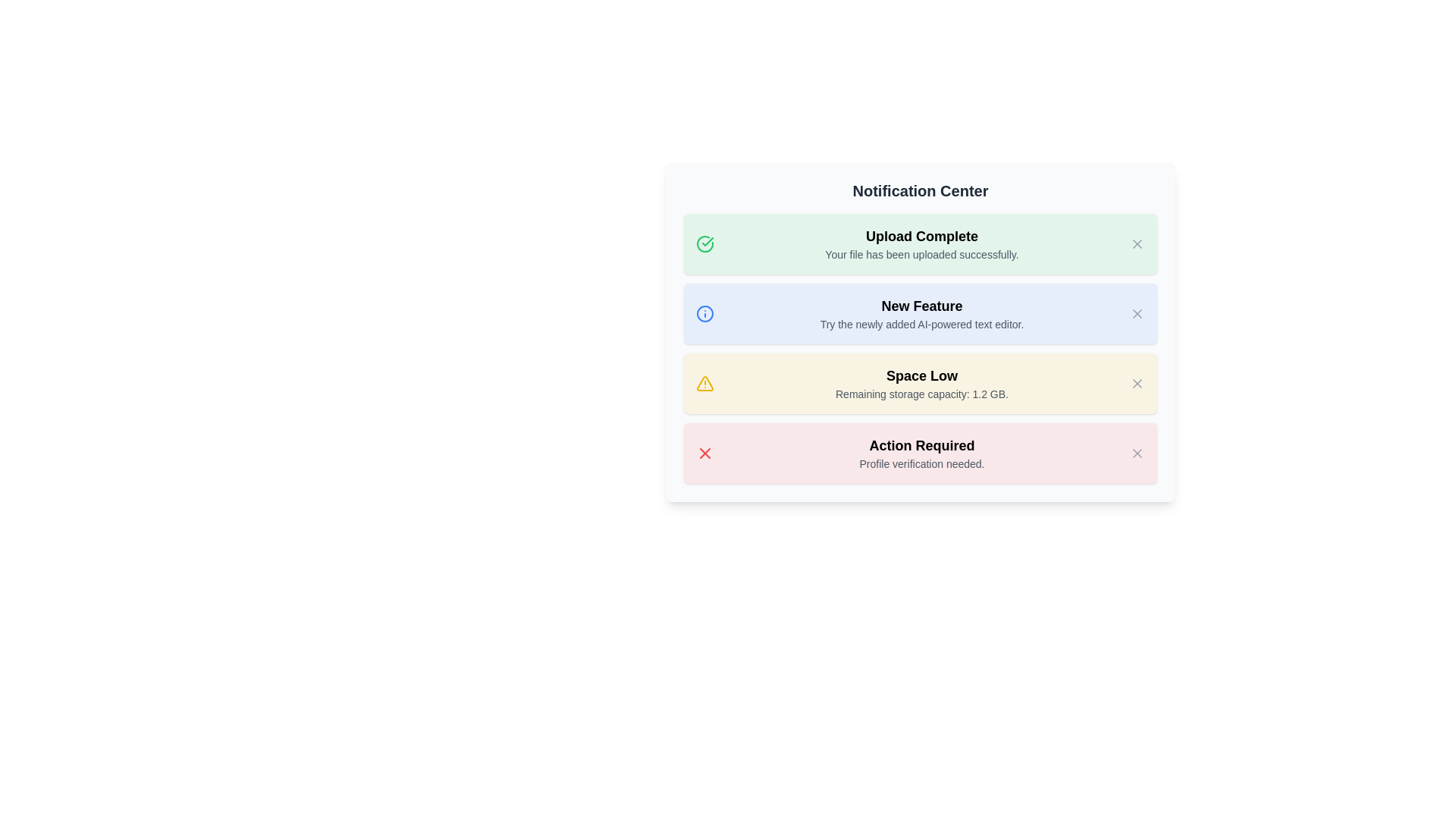 The height and width of the screenshot is (819, 1456). What do you see at coordinates (921, 306) in the screenshot?
I see `the 'New Feature' title/header text located at the top of the blue notification box in the 'Notification Center'` at bounding box center [921, 306].